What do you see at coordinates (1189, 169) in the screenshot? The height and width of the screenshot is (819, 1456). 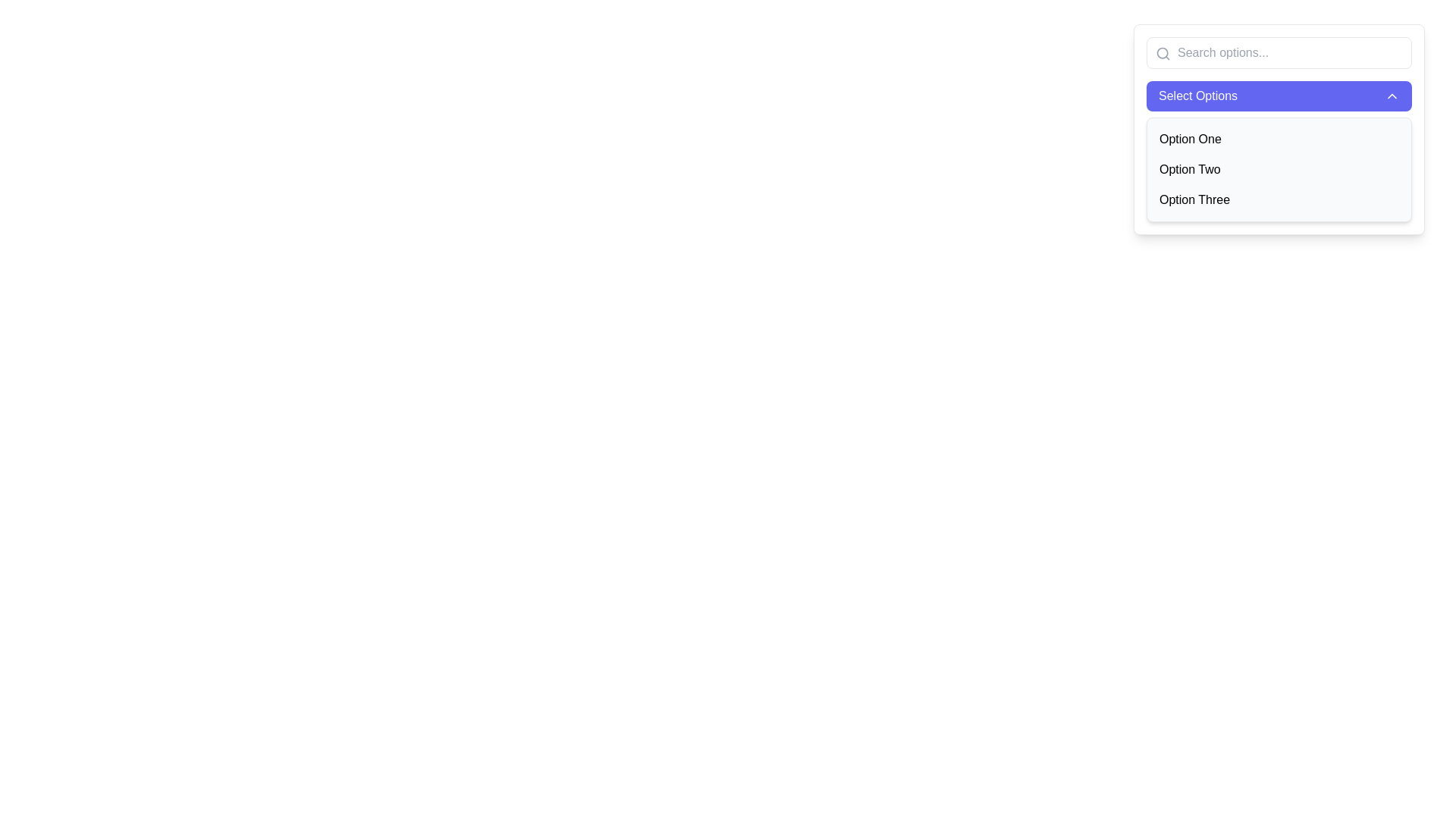 I see `the text label displaying 'Option Two' within the dropdown menu` at bounding box center [1189, 169].